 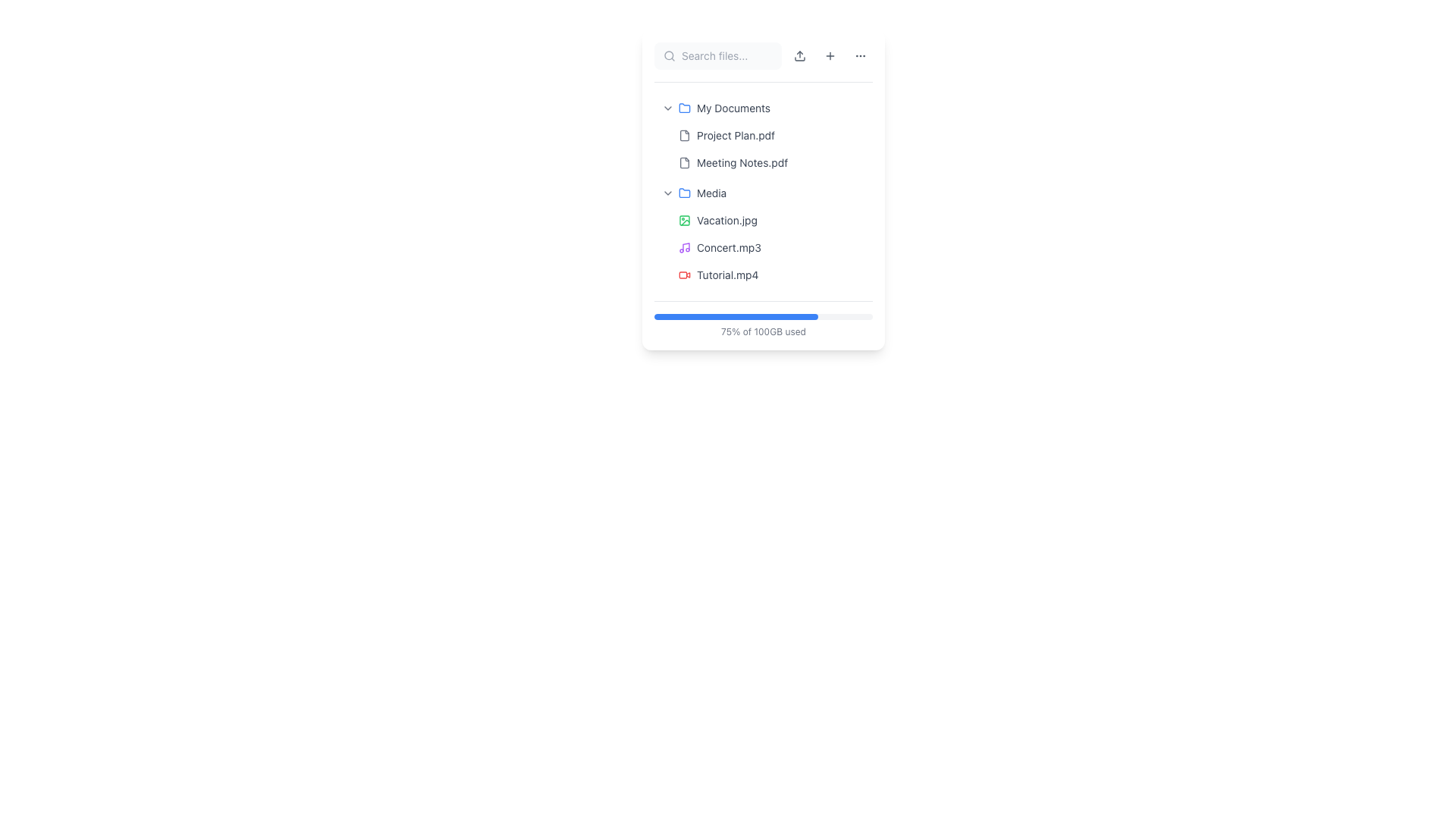 What do you see at coordinates (683, 192) in the screenshot?
I see `the small blue folder icon located to the left of the text 'Media' in the file manager interface` at bounding box center [683, 192].